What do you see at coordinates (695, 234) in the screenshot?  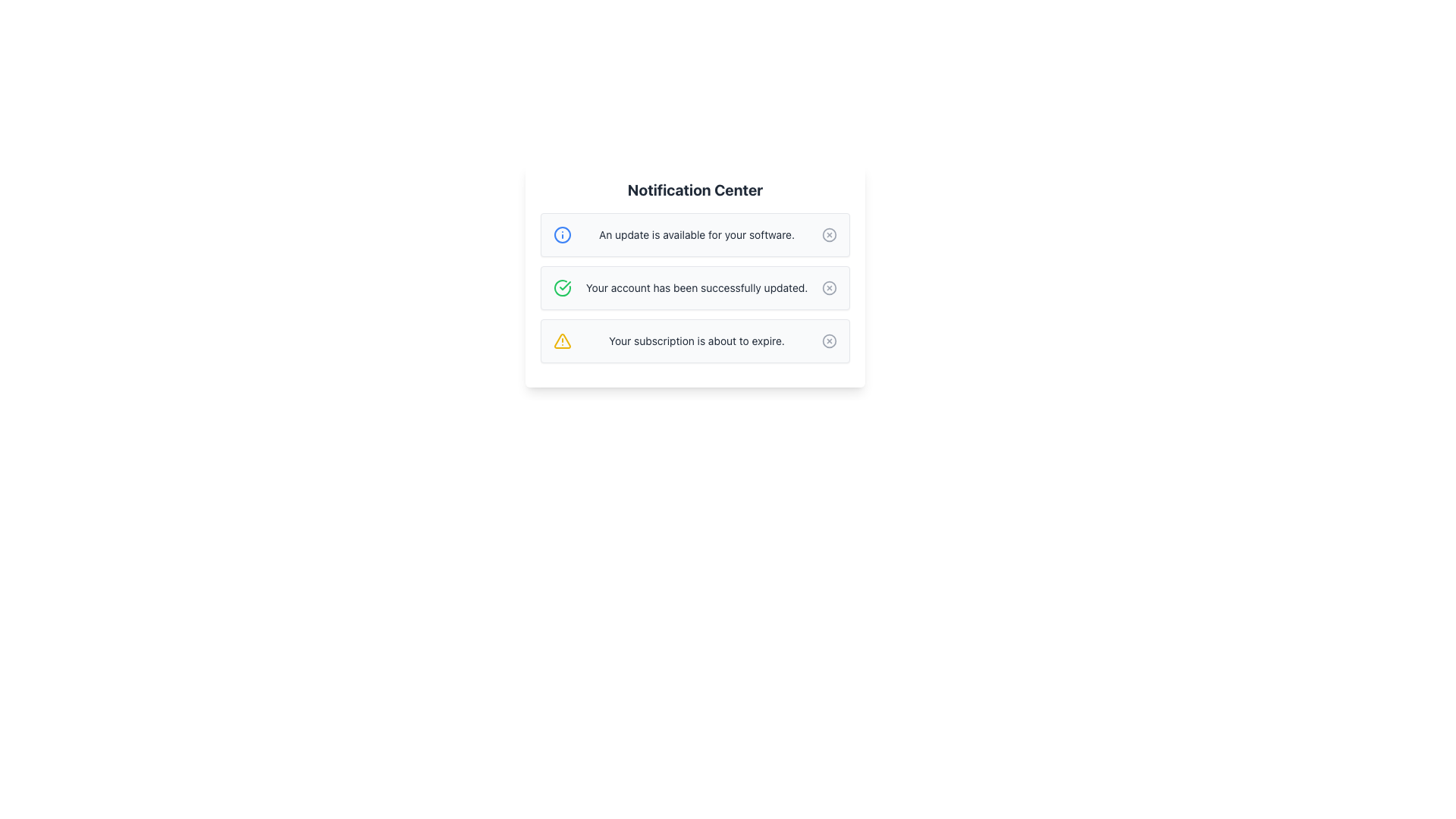 I see `the text element that says 'An update is available for your software.' which is centrally aligned within a notification box, located directly below the 'Notification Center' heading` at bounding box center [695, 234].